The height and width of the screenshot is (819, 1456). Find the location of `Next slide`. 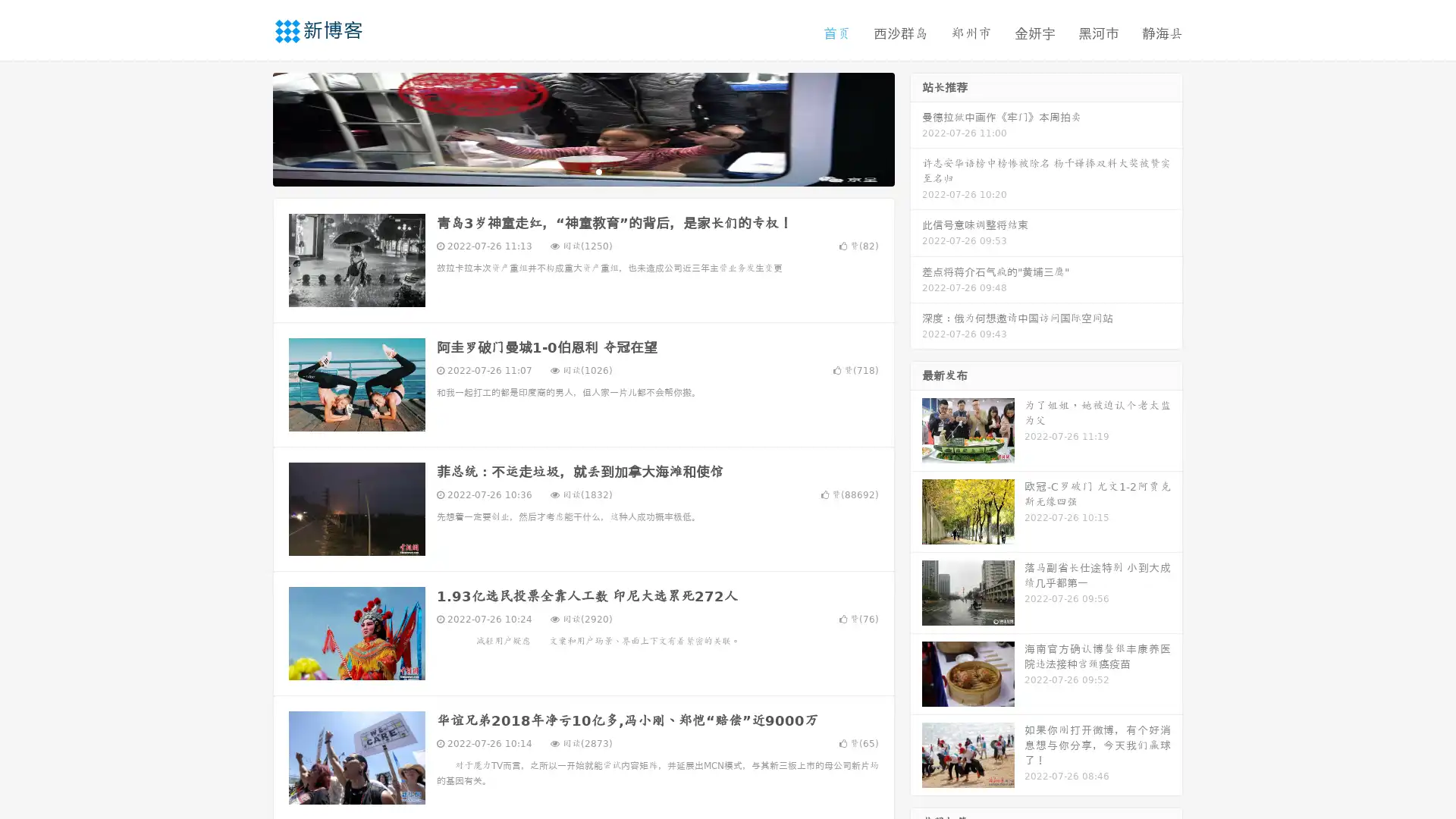

Next slide is located at coordinates (916, 127).